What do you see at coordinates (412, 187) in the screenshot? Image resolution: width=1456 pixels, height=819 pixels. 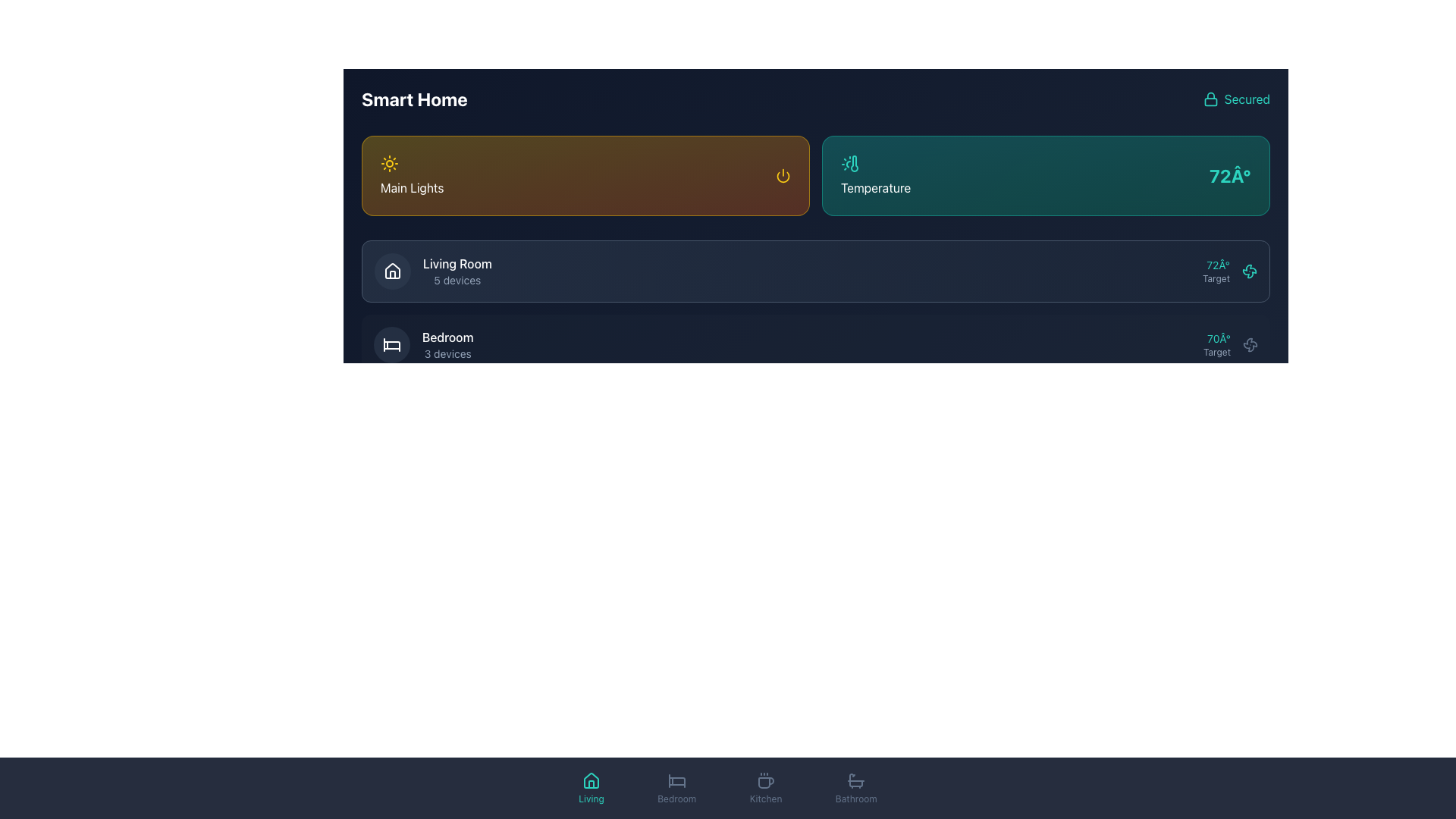 I see `the static text label indicating 'Main Lights', located in the top left area of the card interface, directly below the sun icon` at bounding box center [412, 187].